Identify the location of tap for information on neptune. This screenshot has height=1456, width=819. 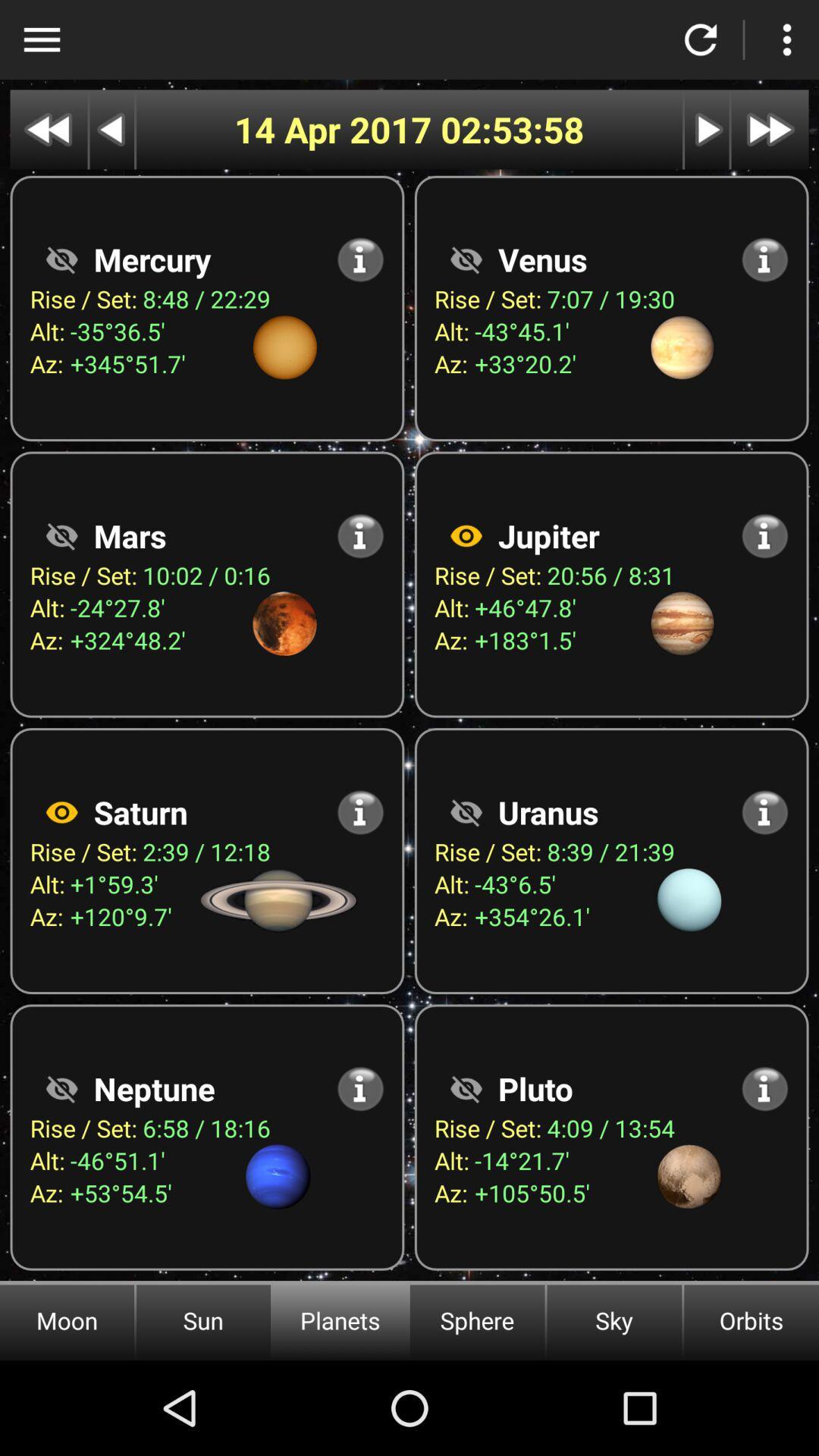
(360, 1087).